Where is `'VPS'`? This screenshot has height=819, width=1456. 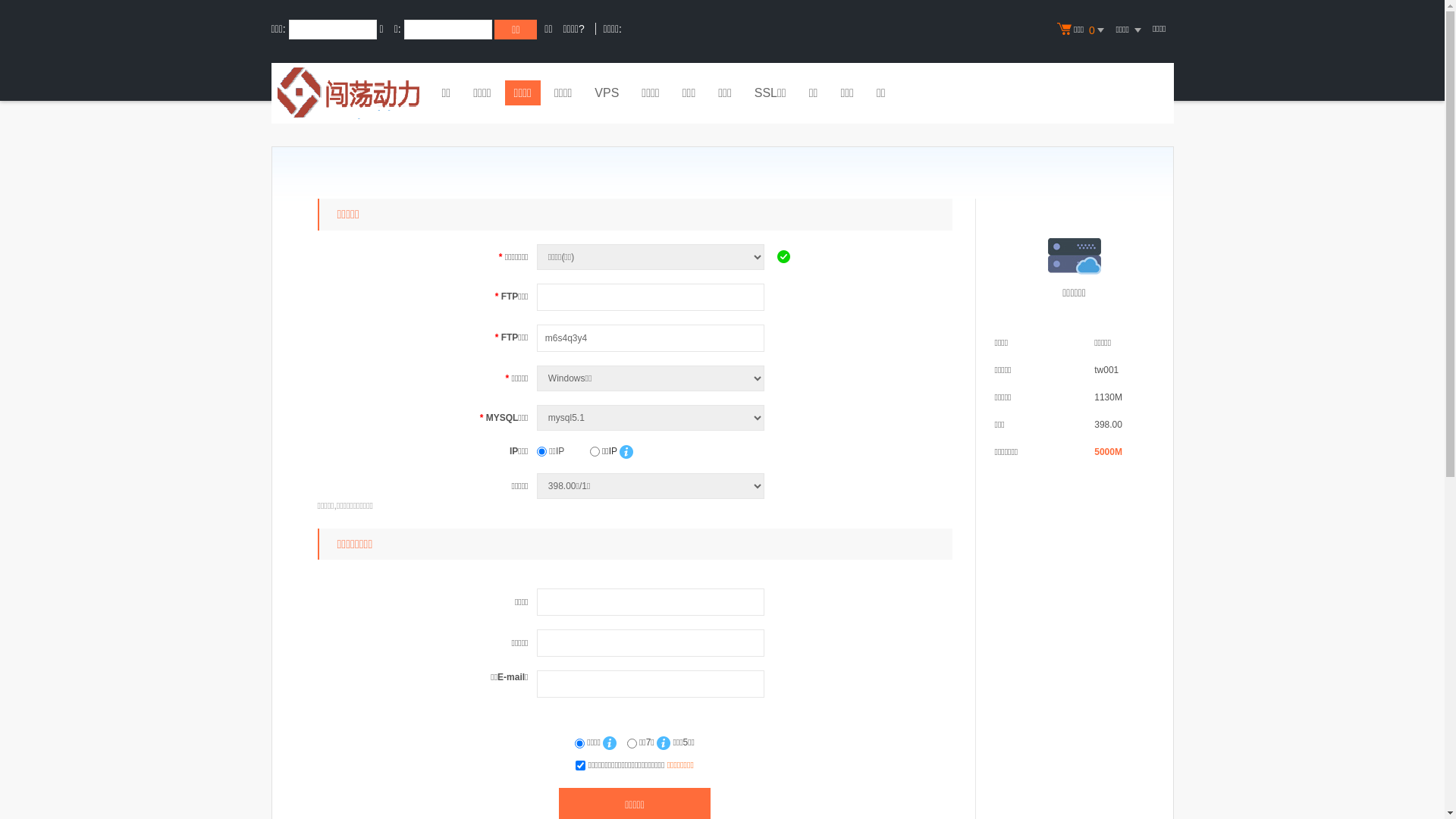
'VPS' is located at coordinates (607, 94).